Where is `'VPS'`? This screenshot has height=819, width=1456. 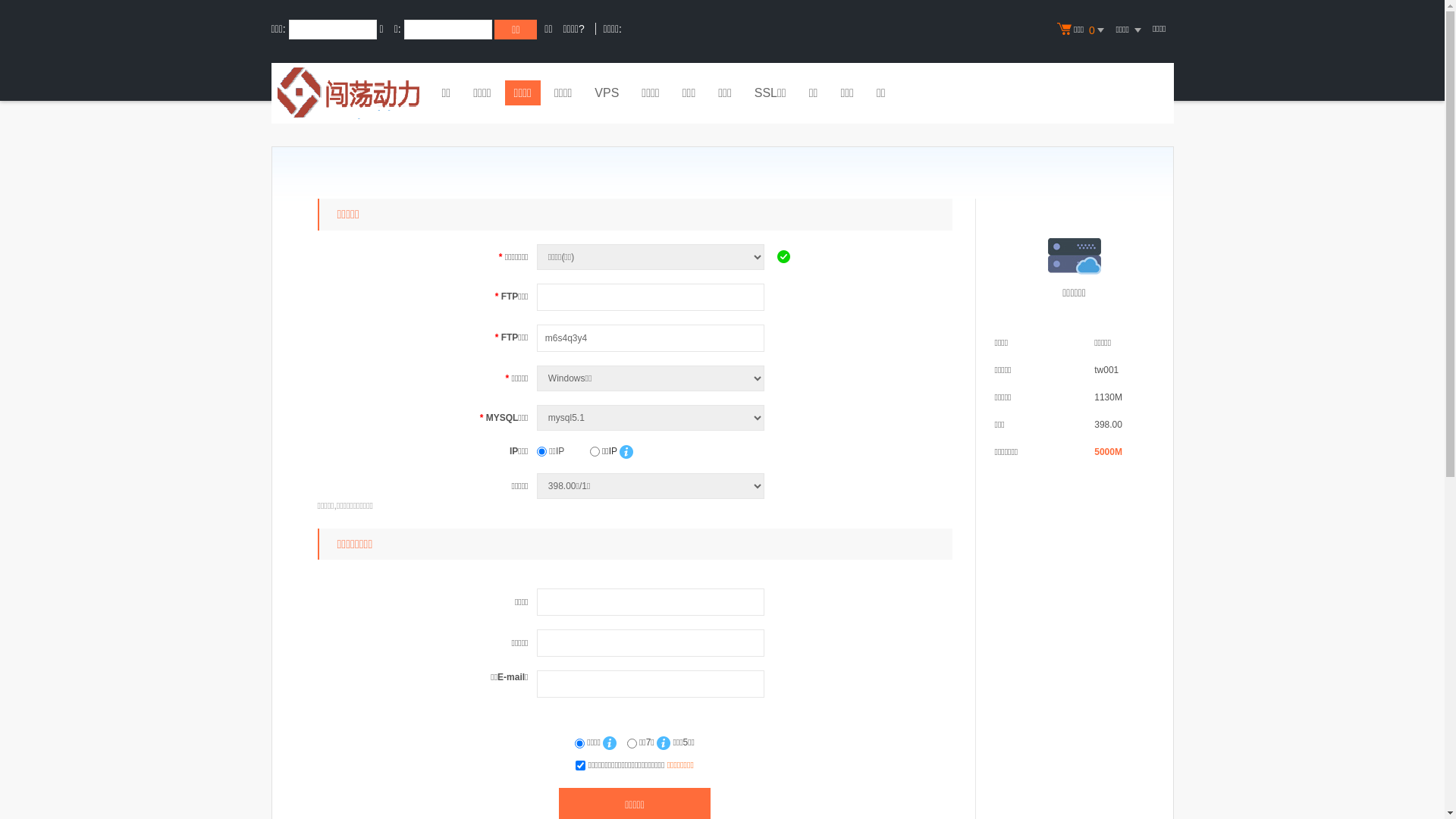
'VPS' is located at coordinates (607, 94).